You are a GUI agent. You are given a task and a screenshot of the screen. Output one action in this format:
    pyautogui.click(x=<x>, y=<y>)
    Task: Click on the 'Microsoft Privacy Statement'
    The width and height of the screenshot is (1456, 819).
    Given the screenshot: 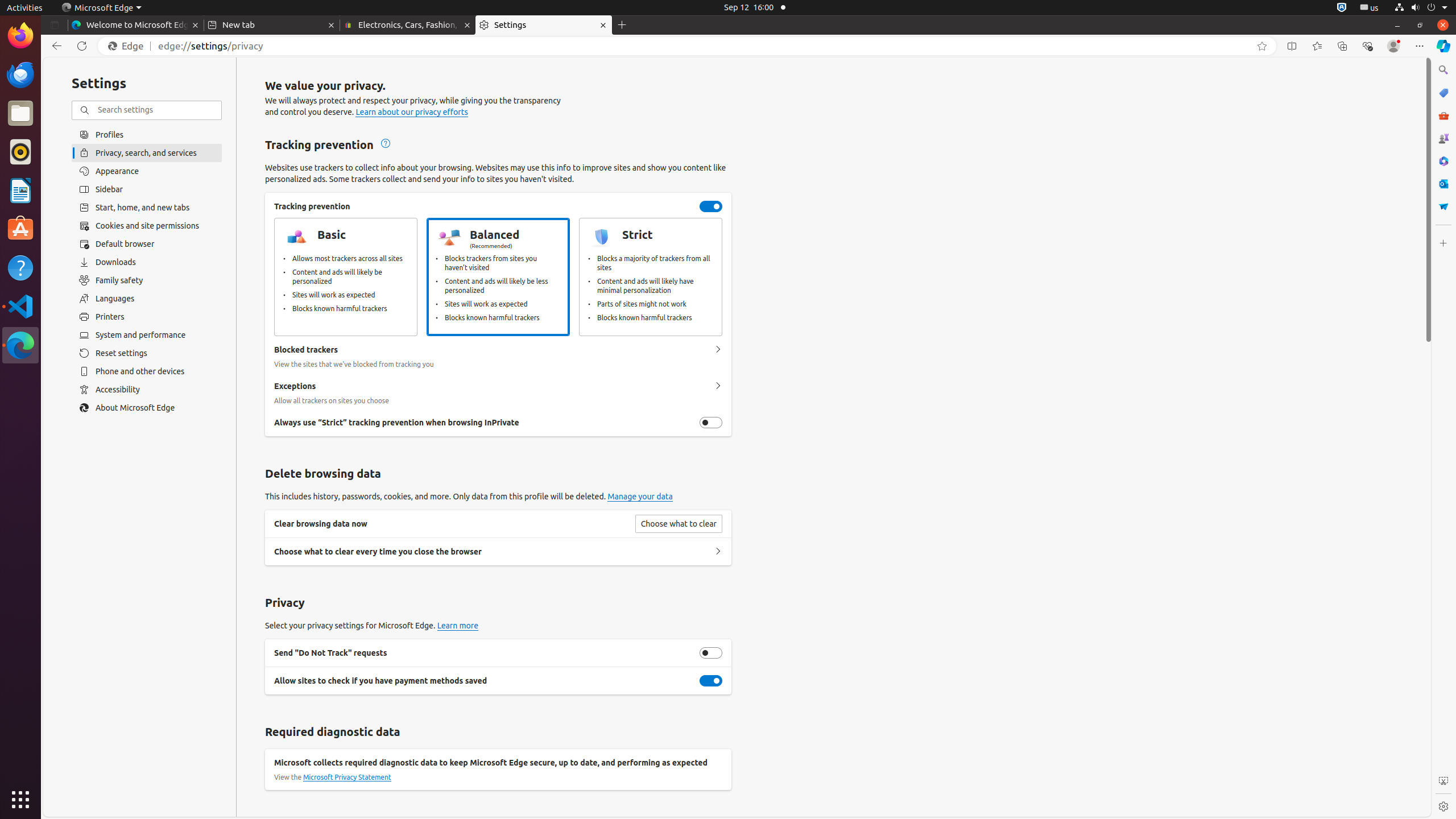 What is the action you would take?
    pyautogui.click(x=347, y=777)
    